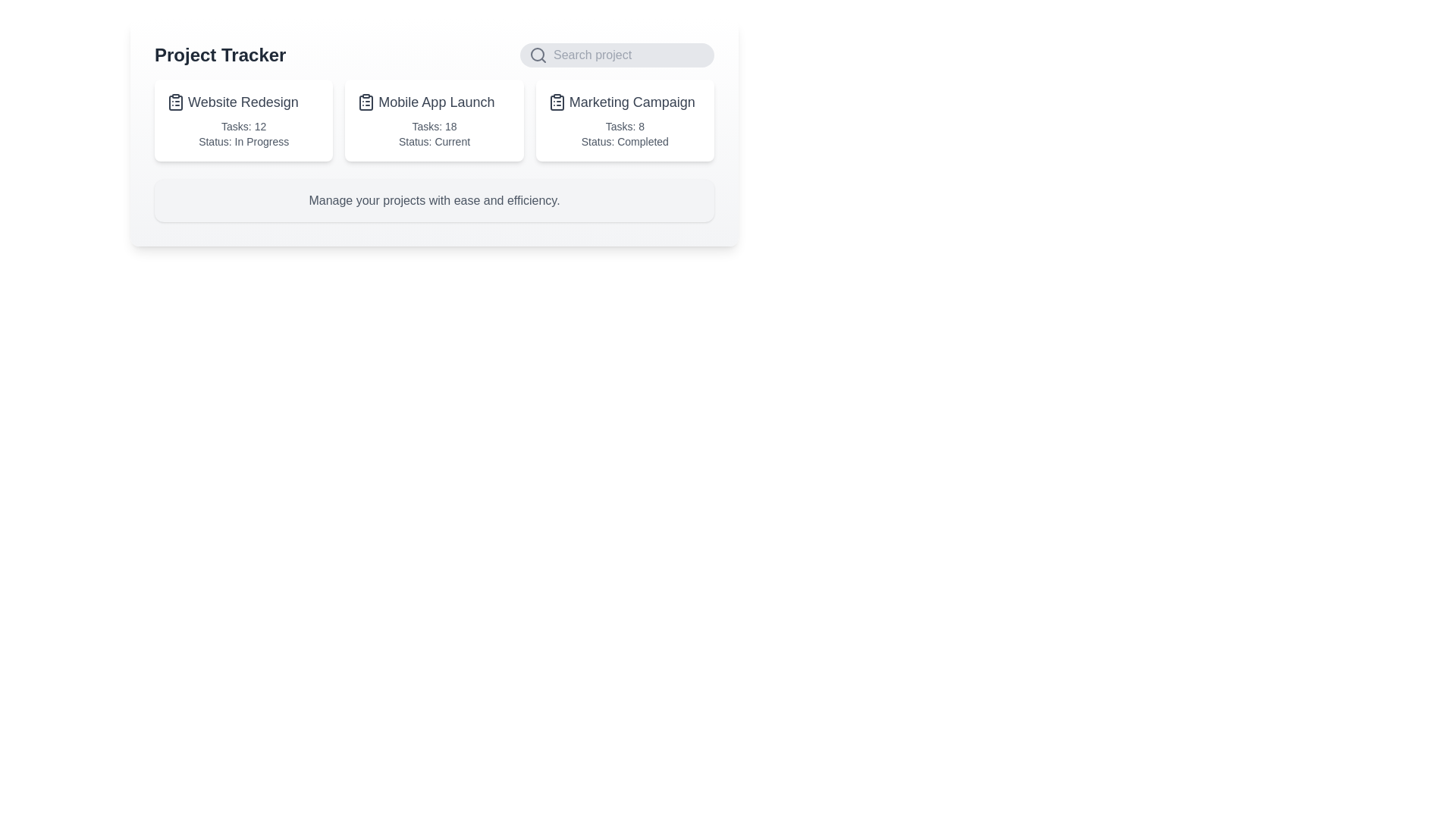  I want to click on the text snippet reading 'Tasks: 8' which is styled with a smaller font size and gray color, located inside the 'Marketing Campaign' box, so click(625, 125).